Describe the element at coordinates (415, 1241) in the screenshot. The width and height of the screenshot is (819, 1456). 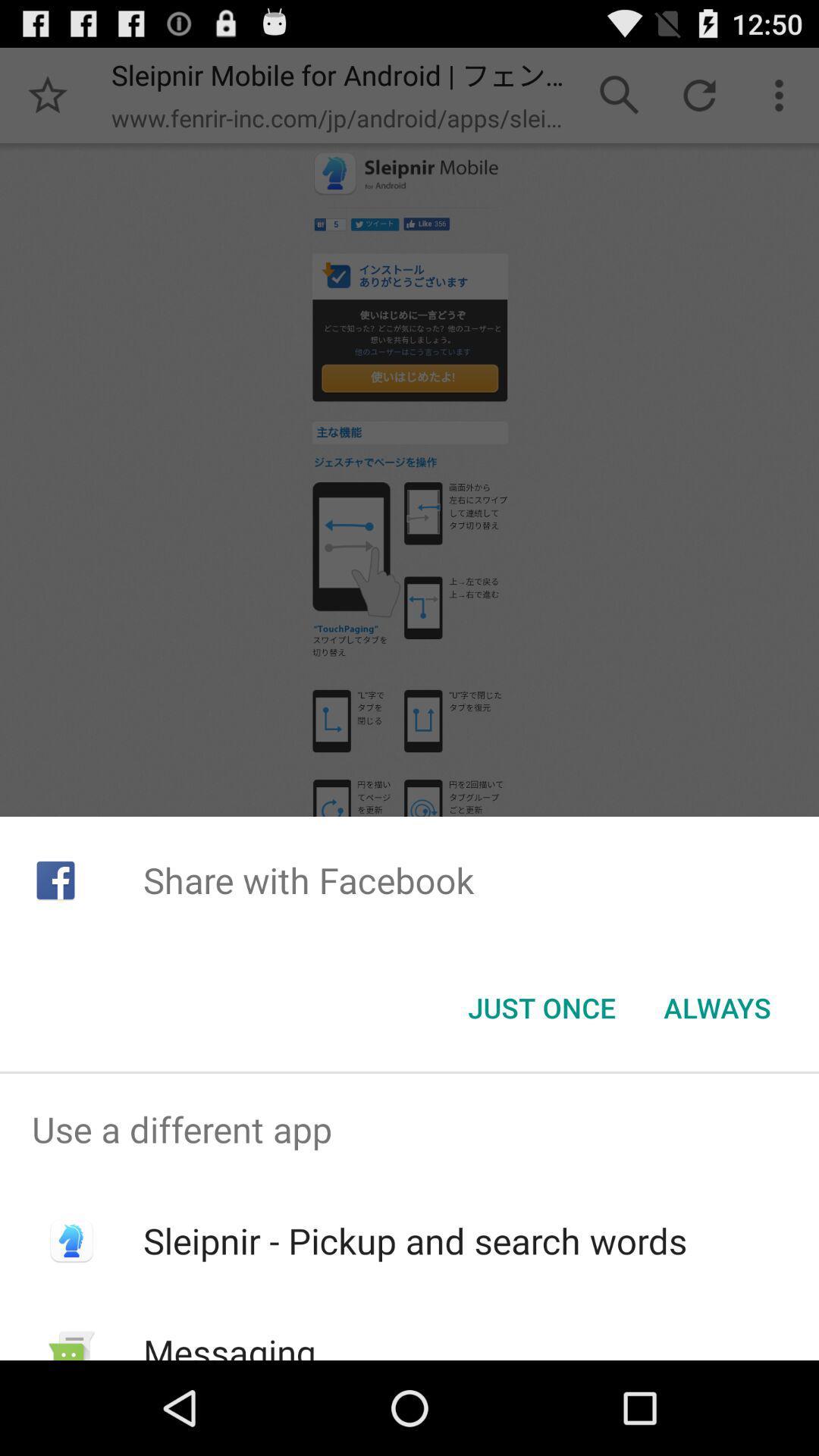
I see `sleipnir pickup and item` at that location.